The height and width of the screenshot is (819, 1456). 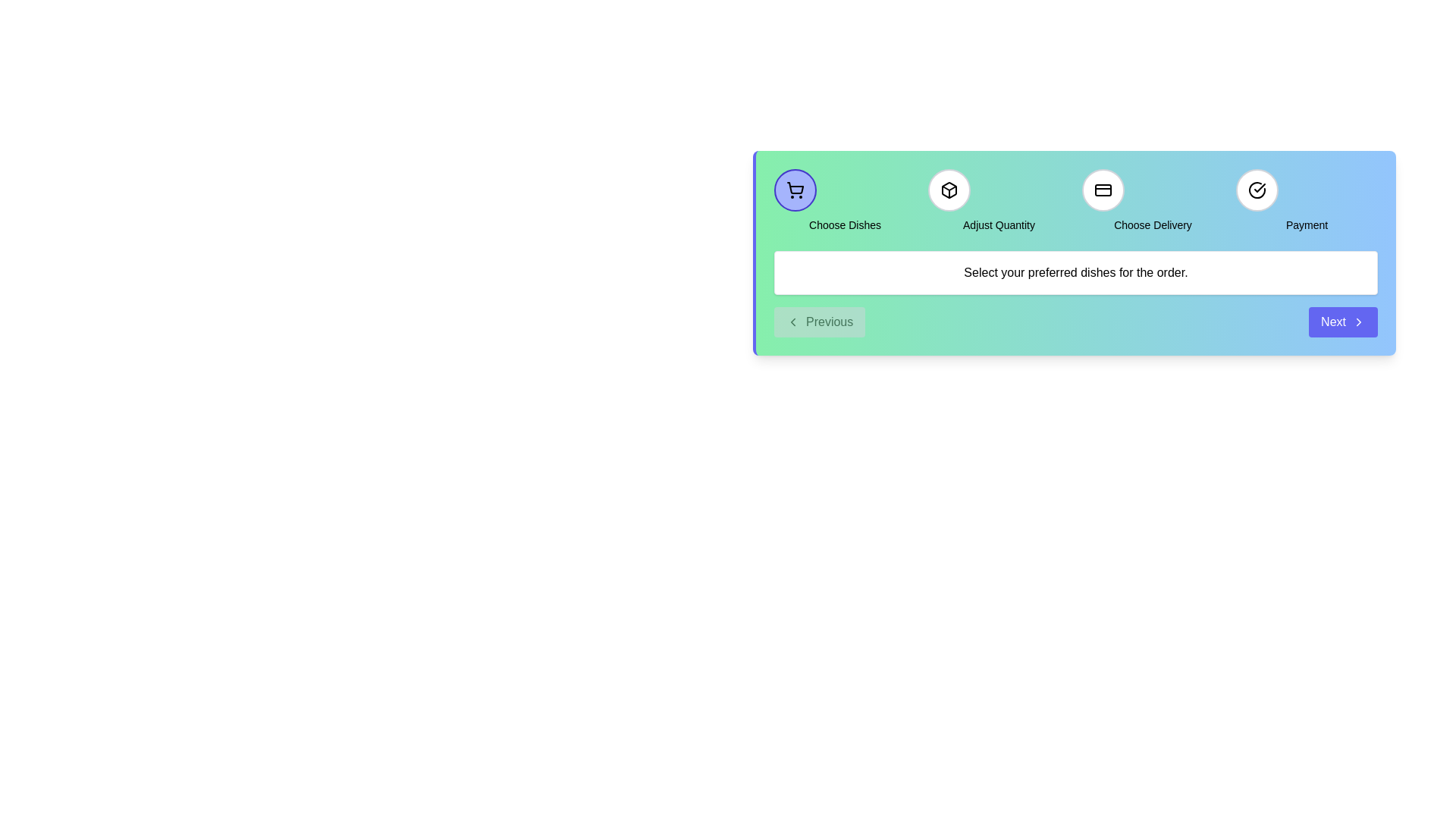 What do you see at coordinates (1257, 189) in the screenshot?
I see `the Circular icon button with a checkmark, which is the rightmost icon in a group of four, associated with the text 'Payment'` at bounding box center [1257, 189].